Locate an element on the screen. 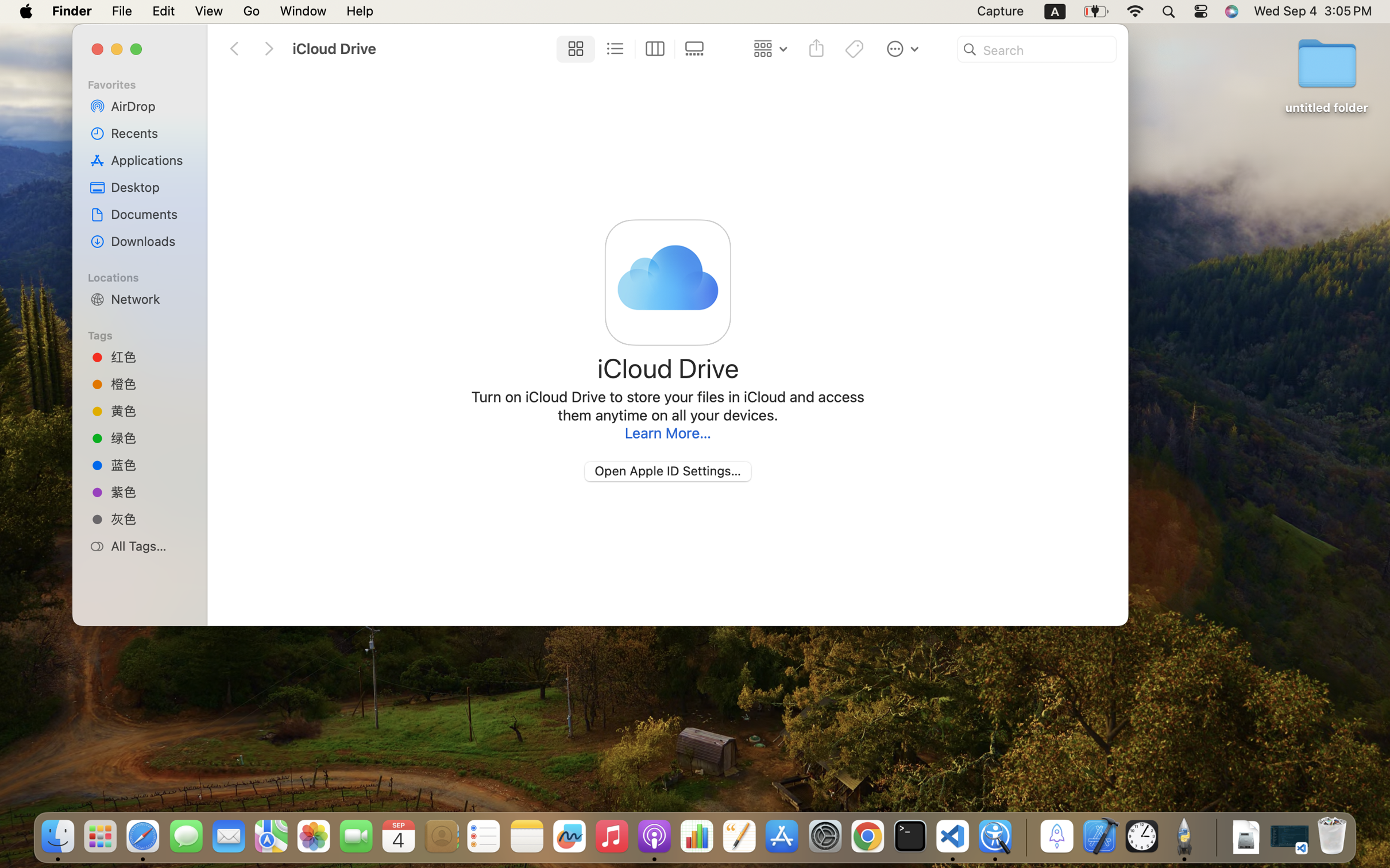 This screenshot has width=1390, height=868. 'All Tags…' is located at coordinates (149, 545).